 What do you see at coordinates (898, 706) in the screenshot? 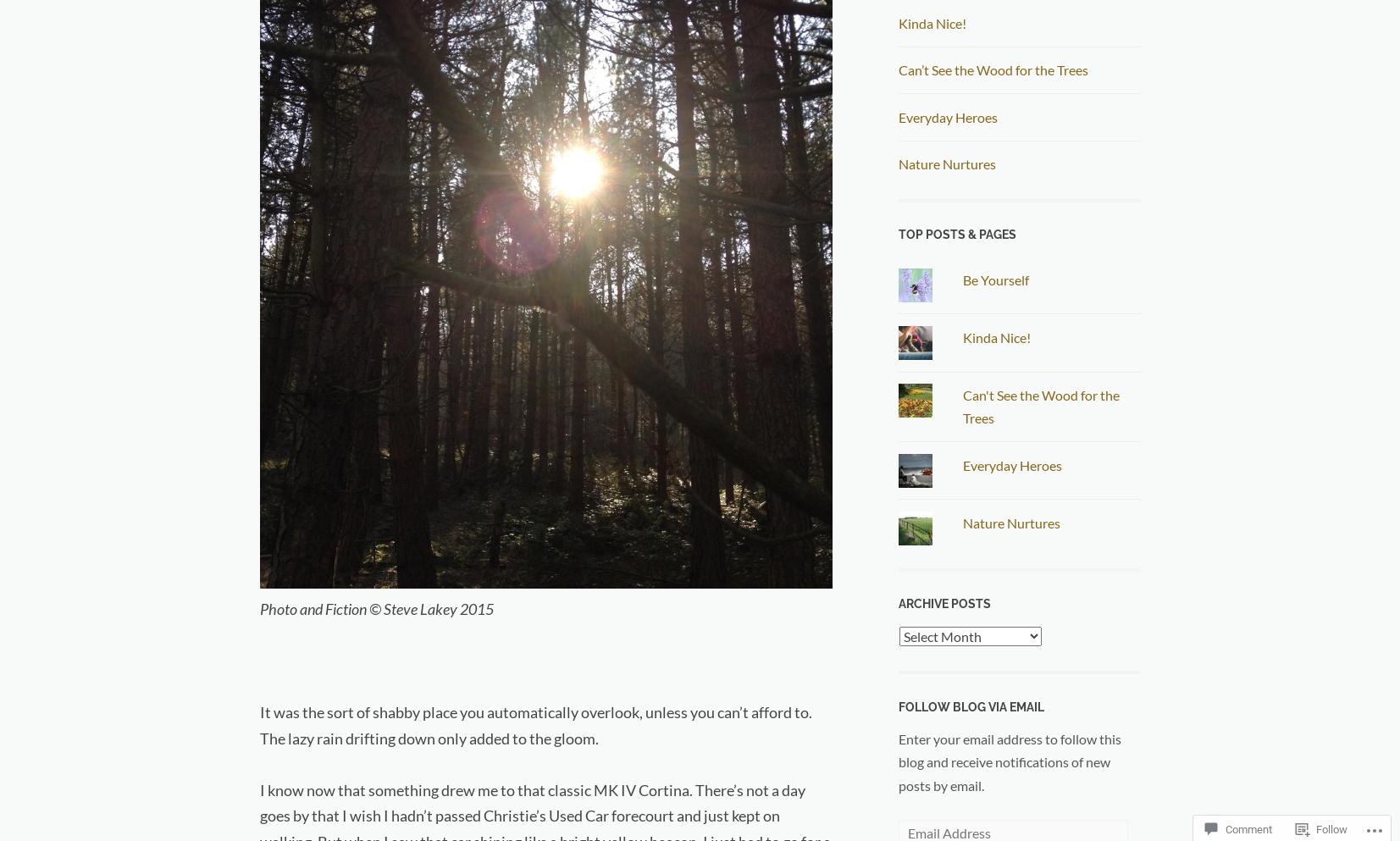
I see `'Follow Blog via Email'` at bounding box center [898, 706].